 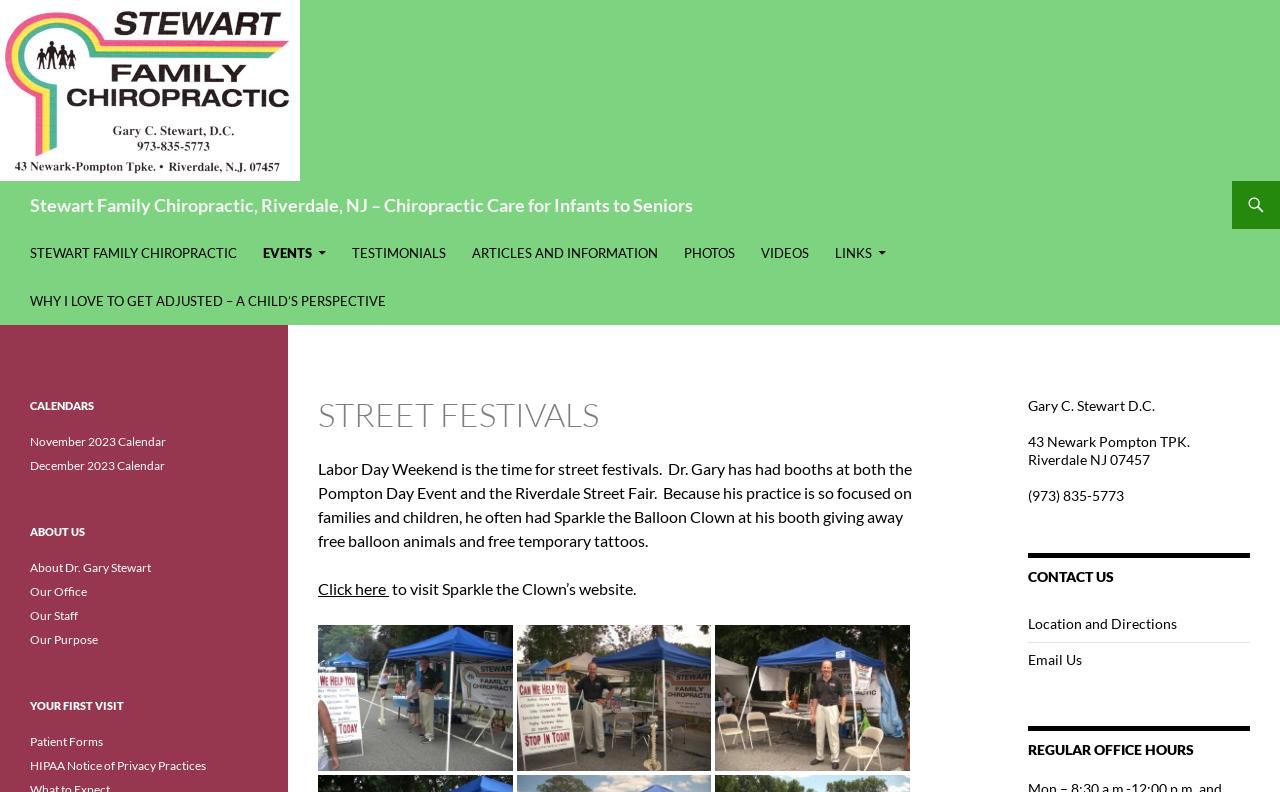 What do you see at coordinates (58, 591) in the screenshot?
I see `'Our Office'` at bounding box center [58, 591].